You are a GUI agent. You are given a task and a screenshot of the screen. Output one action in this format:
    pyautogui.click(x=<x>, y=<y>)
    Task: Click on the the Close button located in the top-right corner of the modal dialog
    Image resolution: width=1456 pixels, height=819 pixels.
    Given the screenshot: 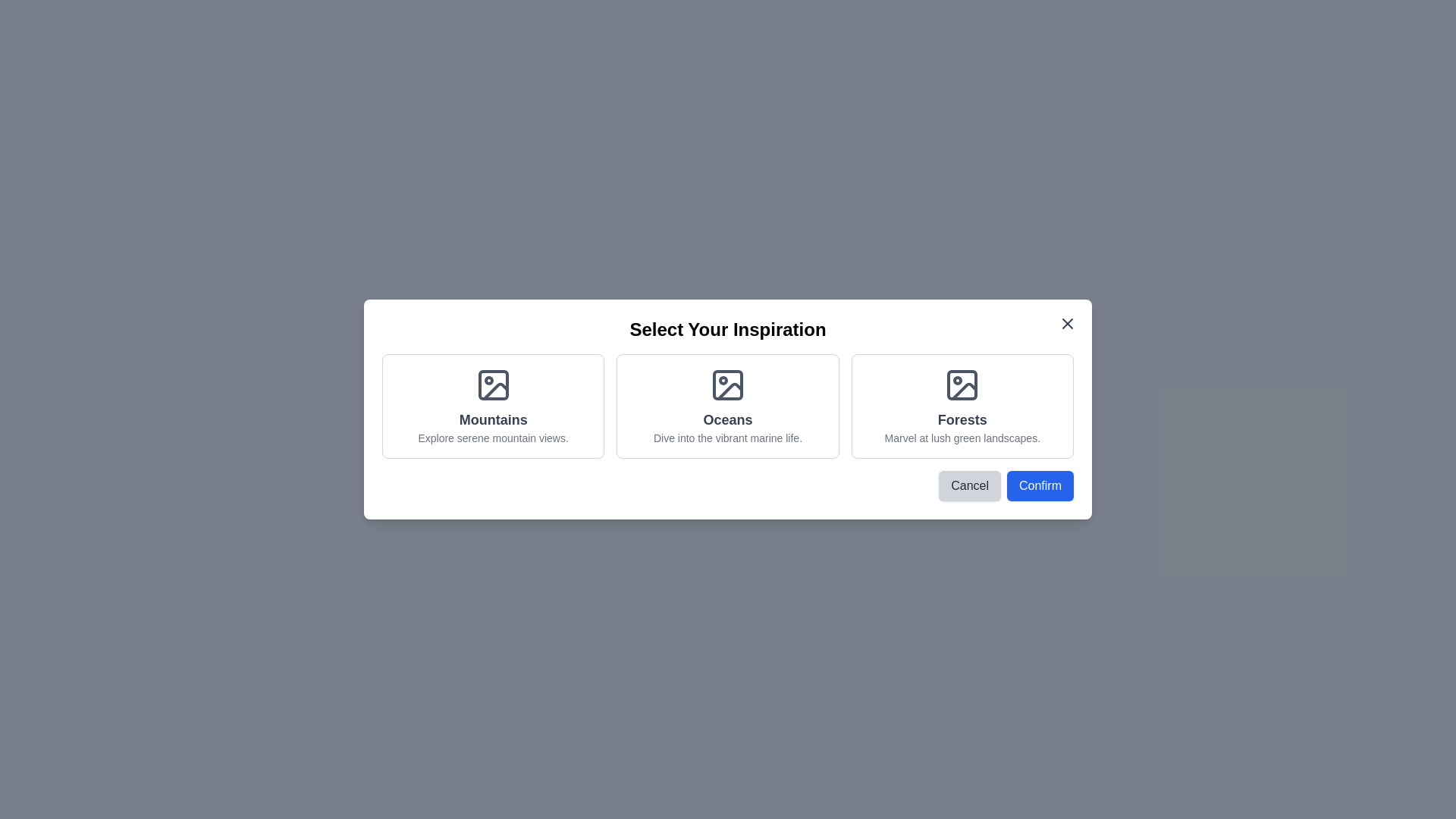 What is the action you would take?
    pyautogui.click(x=1066, y=323)
    